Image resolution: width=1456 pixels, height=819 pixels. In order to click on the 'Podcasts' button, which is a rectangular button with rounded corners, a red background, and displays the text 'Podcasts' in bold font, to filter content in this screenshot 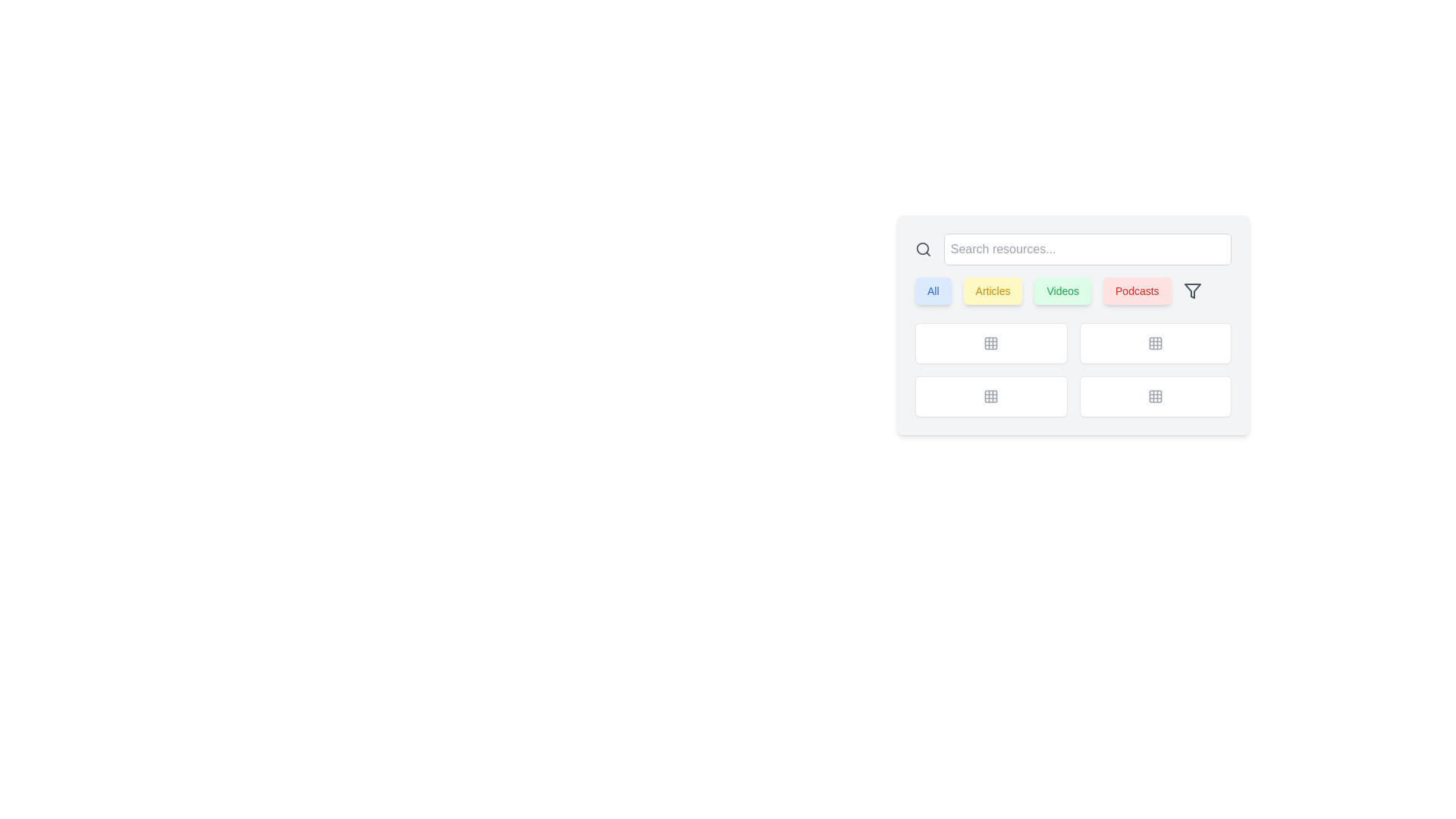, I will do `click(1137, 291)`.